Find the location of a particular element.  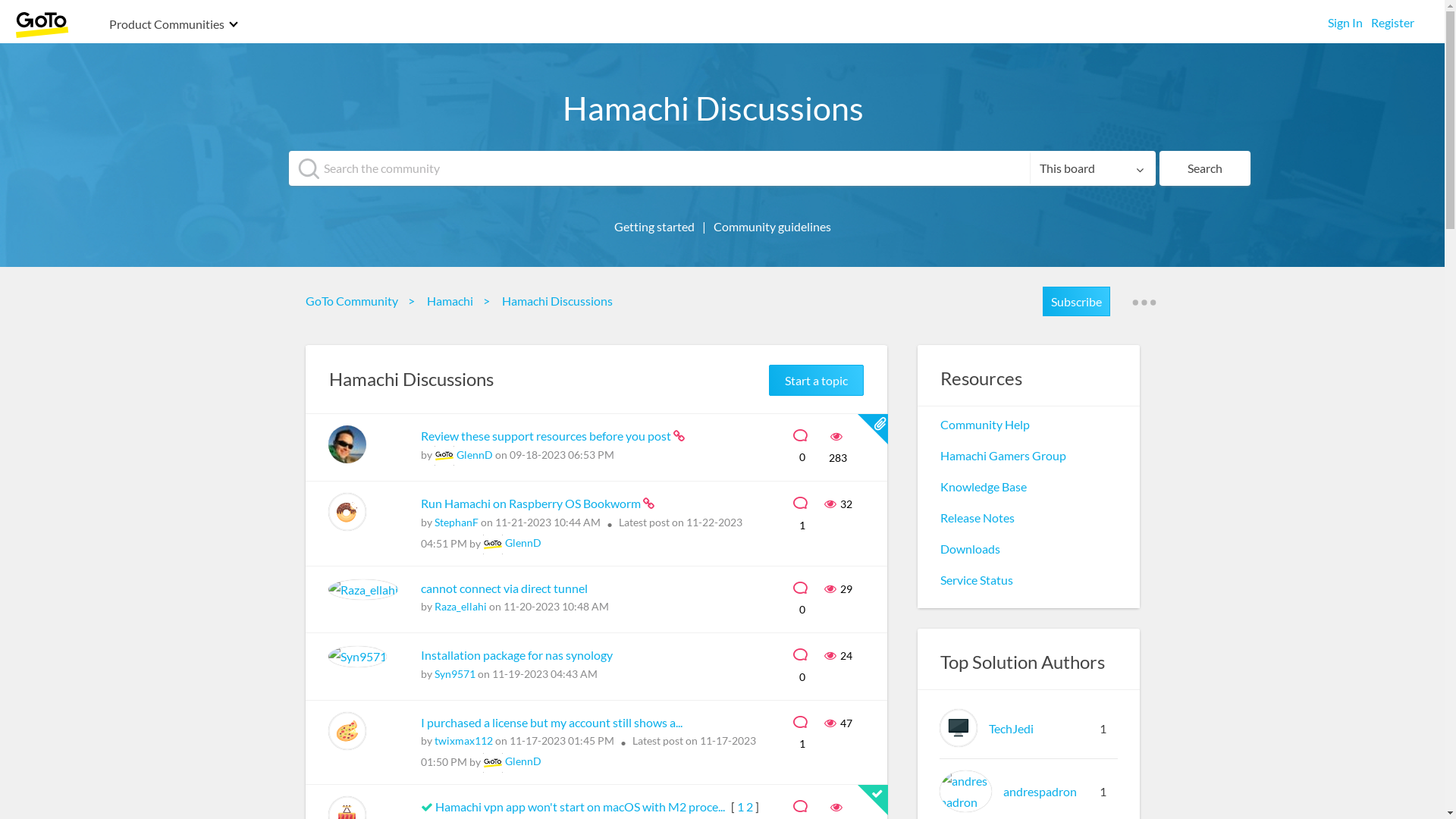

'Review these support resources before you post' is located at coordinates (546, 435).